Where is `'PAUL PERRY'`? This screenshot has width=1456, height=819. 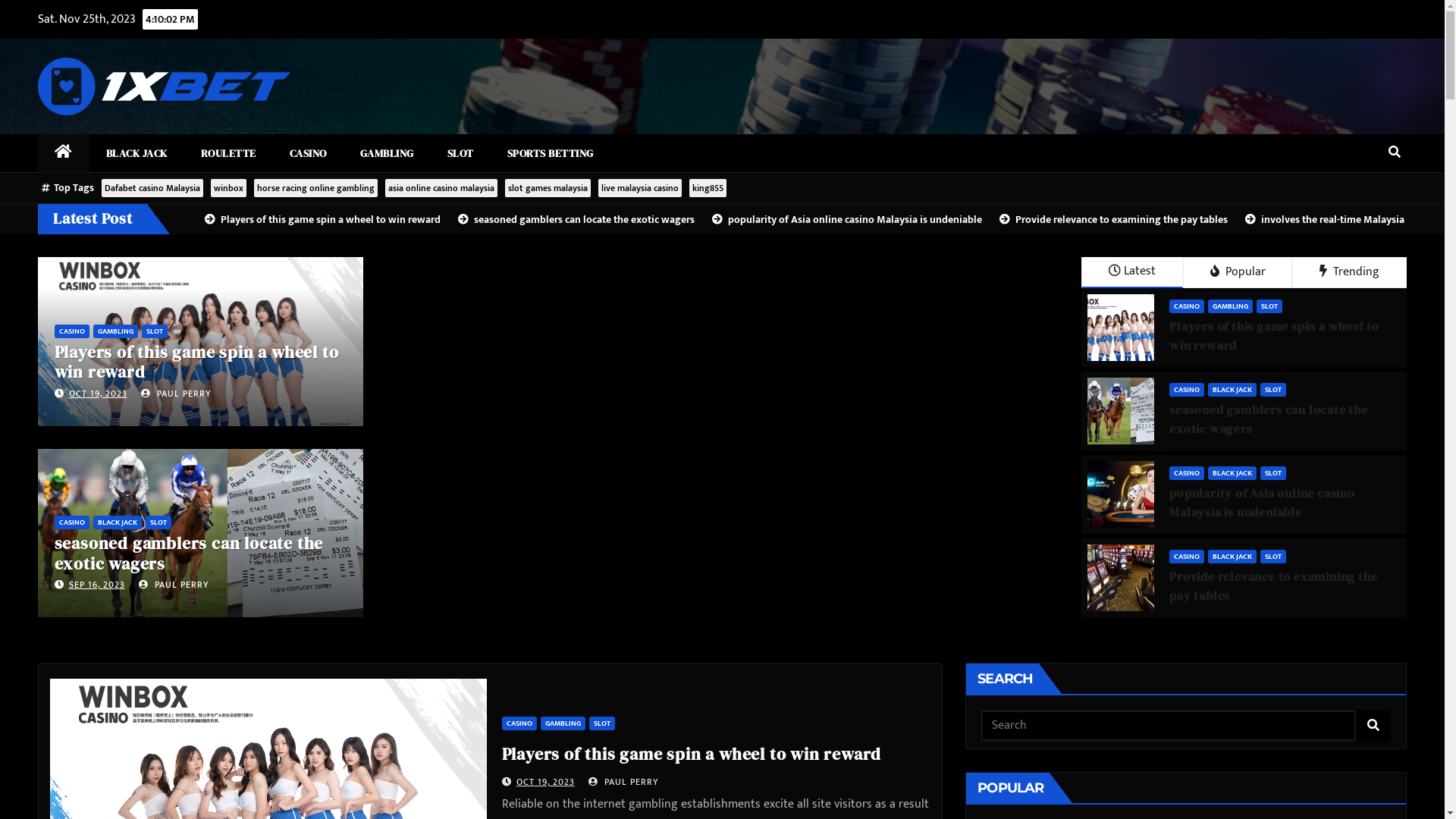 'PAUL PERRY' is located at coordinates (176, 391).